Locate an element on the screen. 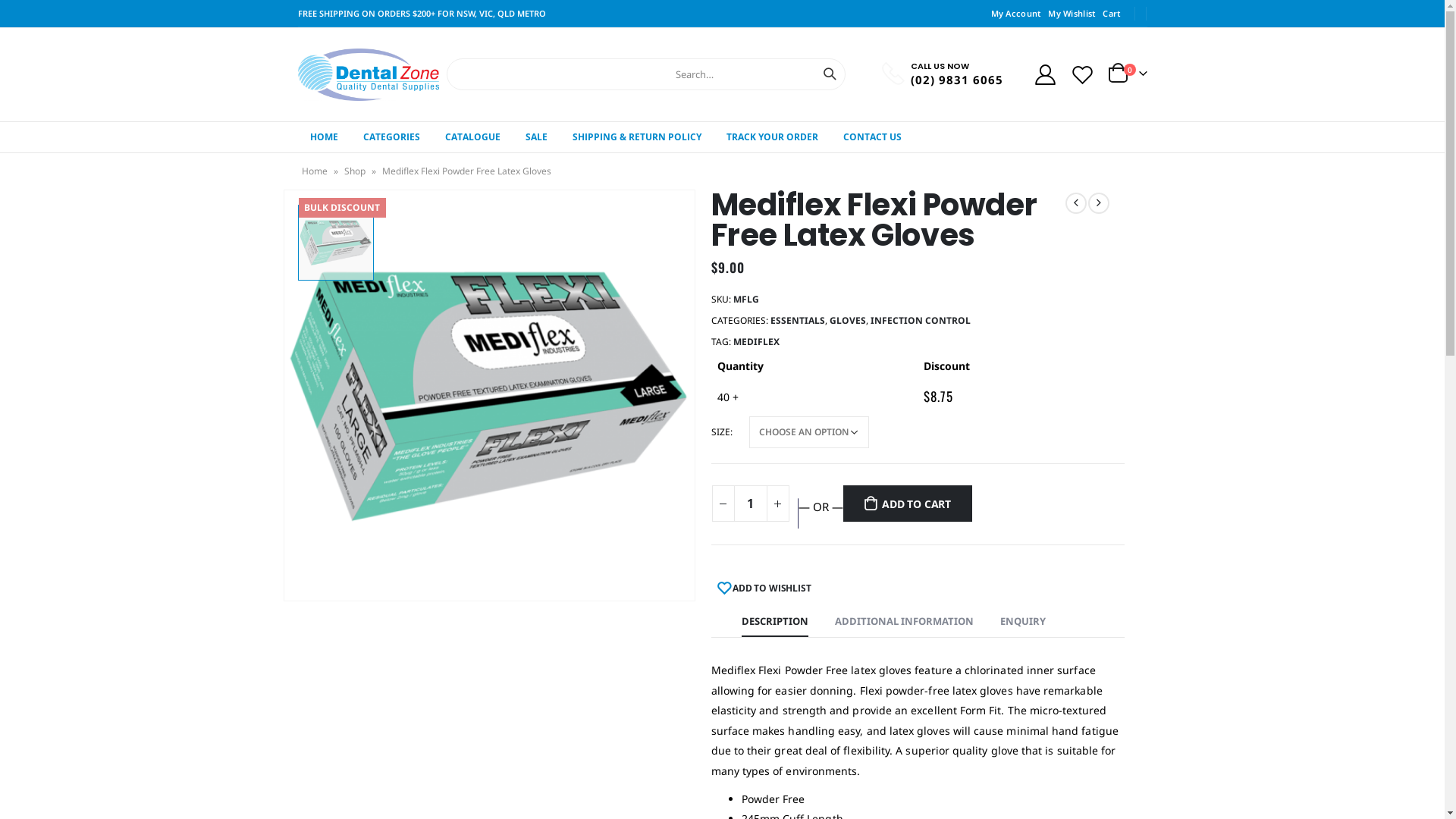  'MEDIFLEX' is located at coordinates (755, 342).